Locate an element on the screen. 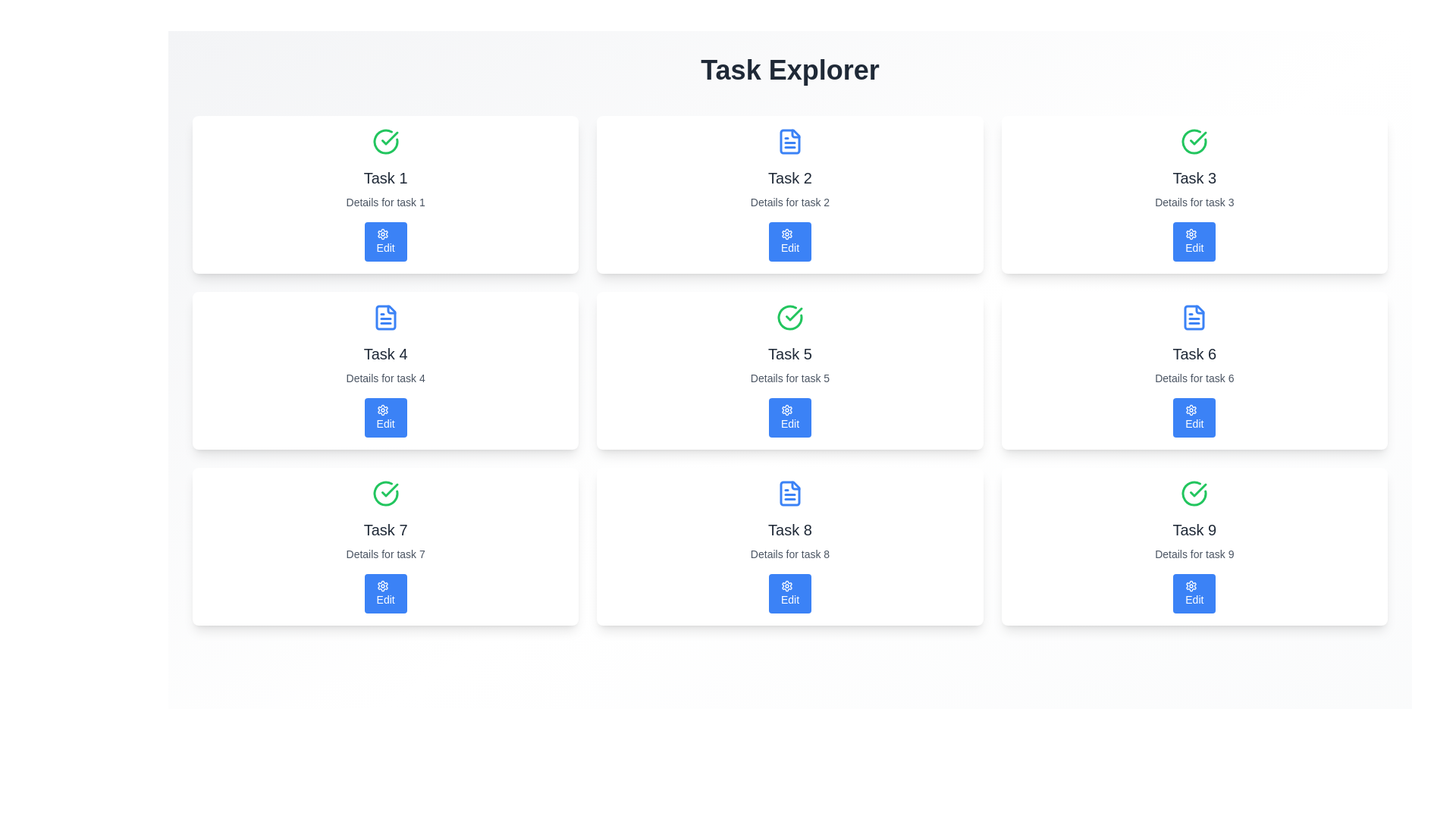  the decorative checkmark graphic within the SVG element indicating the successful status of 'Task 5' is located at coordinates (793, 313).